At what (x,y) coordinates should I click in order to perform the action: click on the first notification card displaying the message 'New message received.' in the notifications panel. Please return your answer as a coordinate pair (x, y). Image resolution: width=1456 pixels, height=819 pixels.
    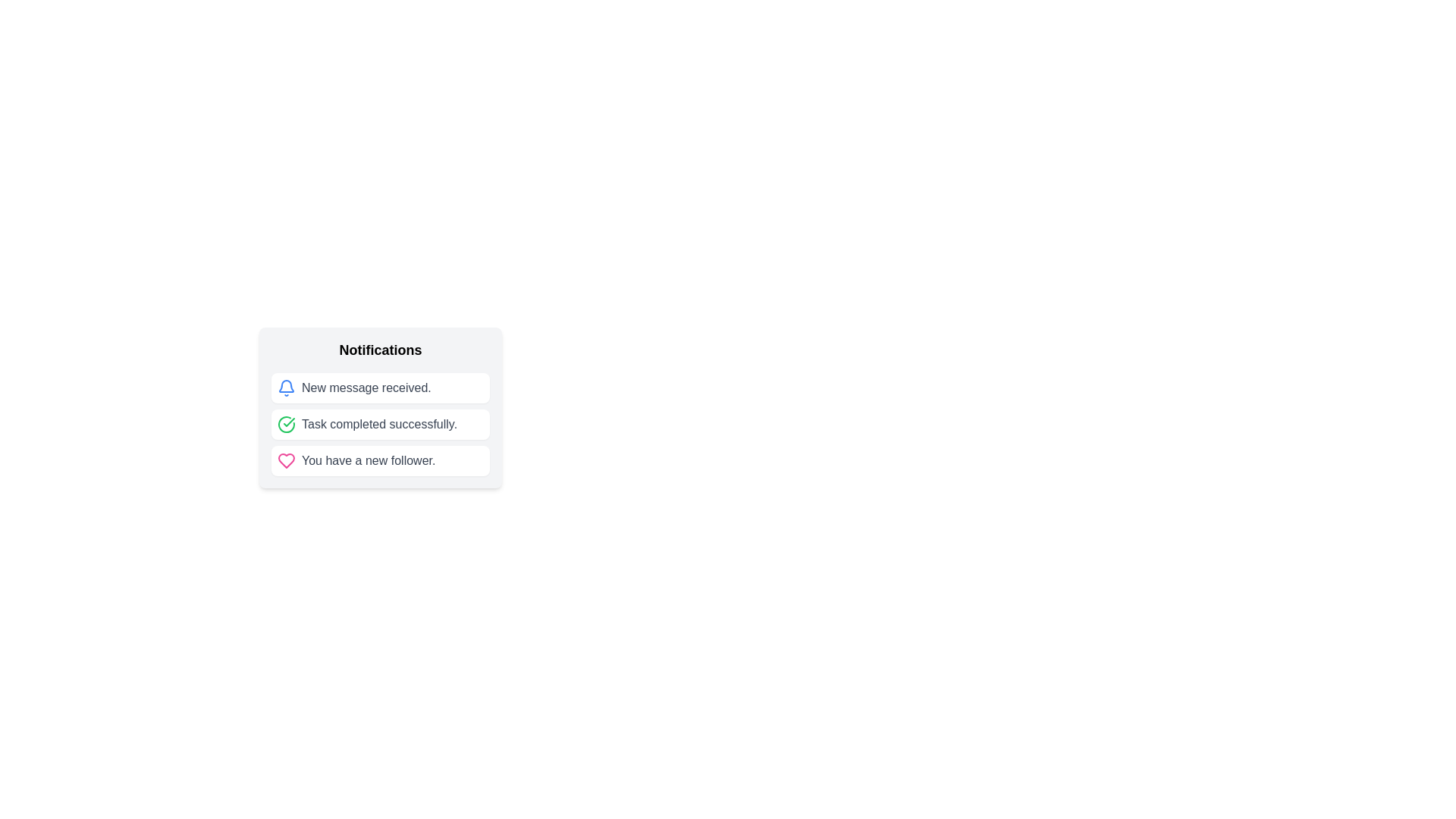
    Looking at the image, I should click on (381, 388).